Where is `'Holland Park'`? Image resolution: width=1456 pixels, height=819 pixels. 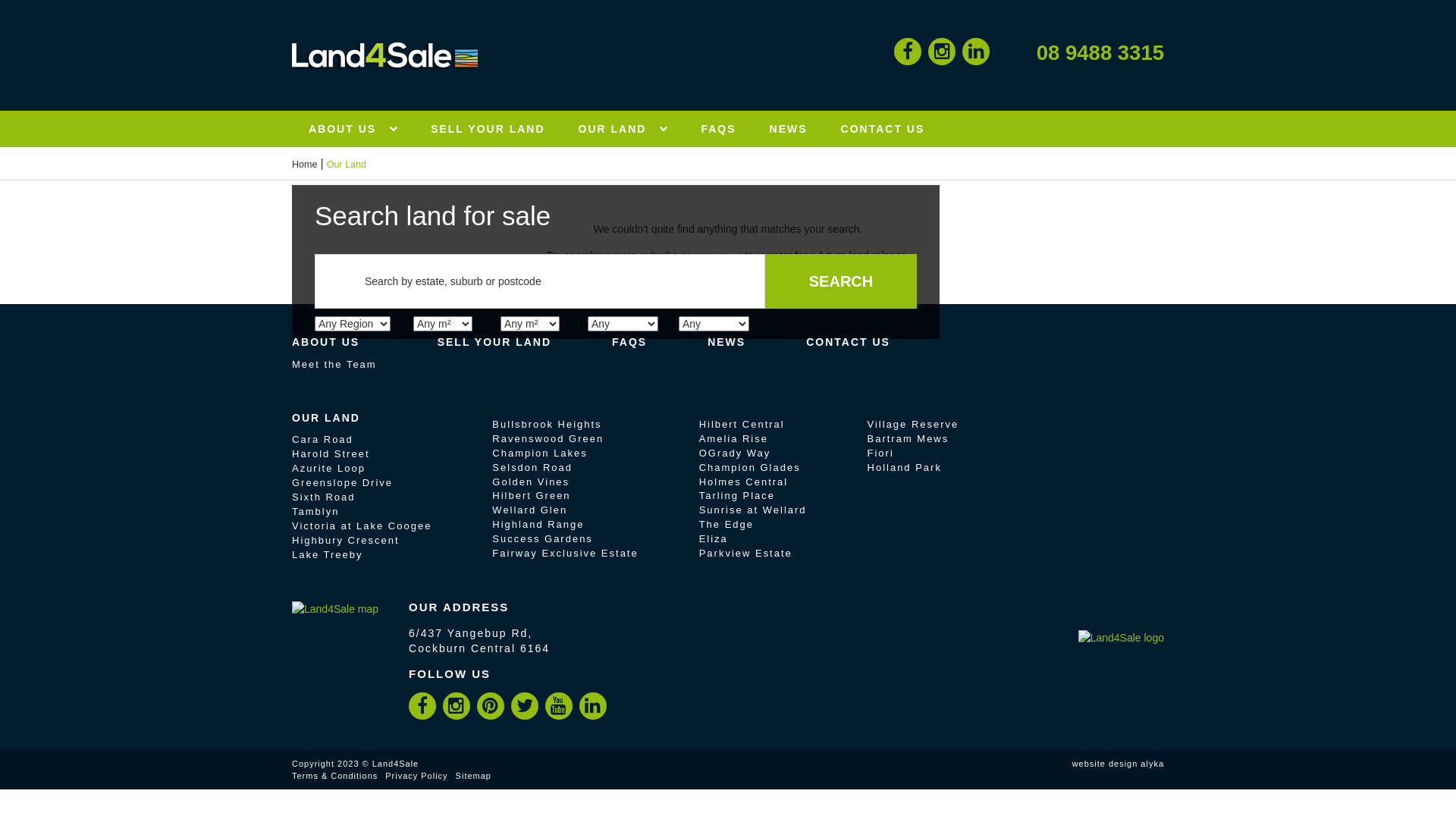
'Holland Park' is located at coordinates (867, 466).